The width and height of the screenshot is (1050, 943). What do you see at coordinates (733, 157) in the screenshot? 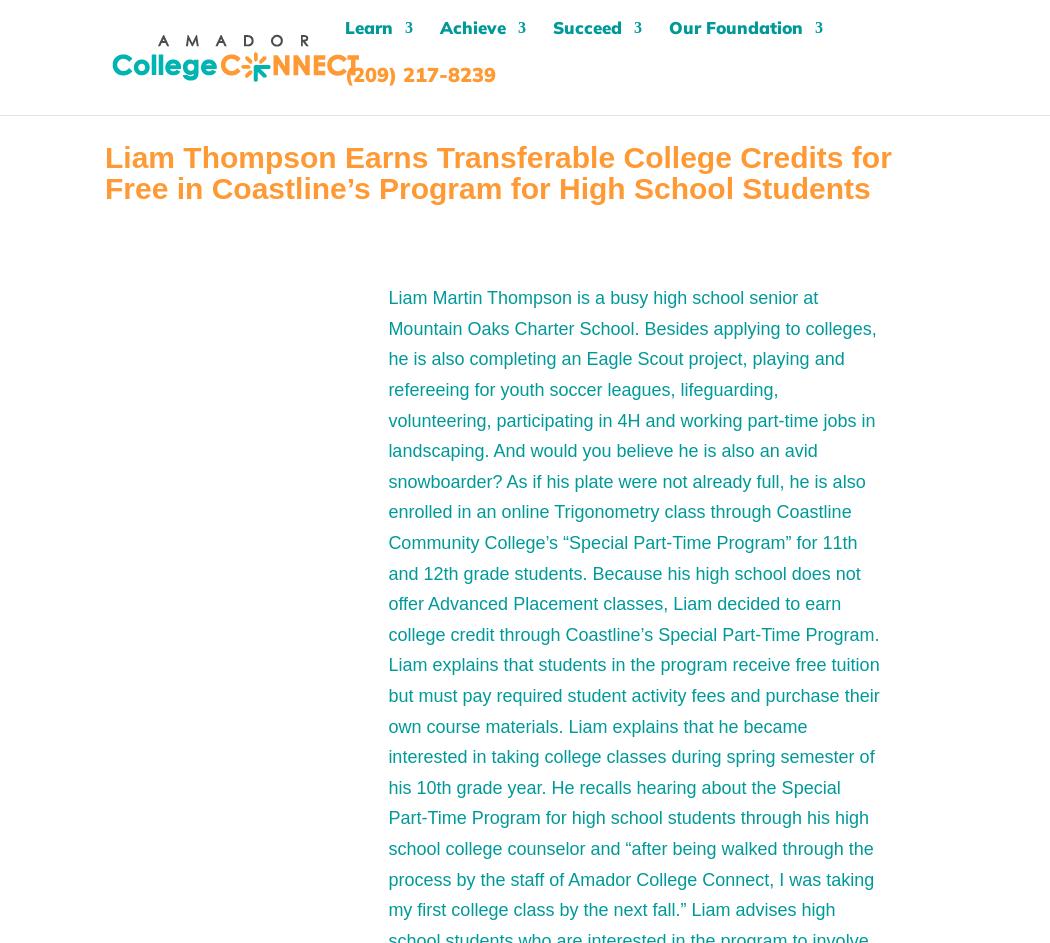
I see `'About Us'` at bounding box center [733, 157].